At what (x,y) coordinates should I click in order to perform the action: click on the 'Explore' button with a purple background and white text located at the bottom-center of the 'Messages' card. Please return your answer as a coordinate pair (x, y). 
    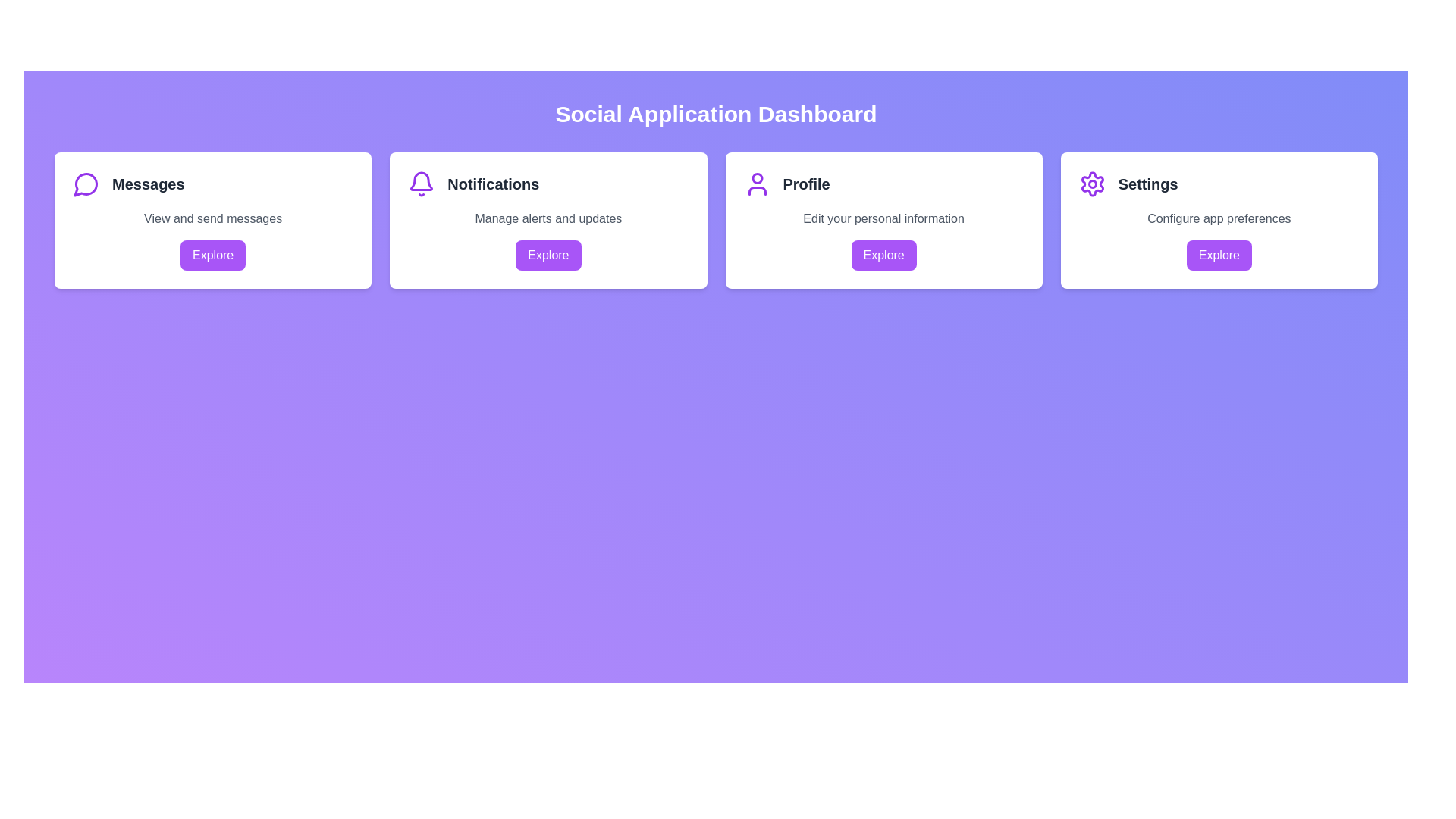
    Looking at the image, I should click on (212, 254).